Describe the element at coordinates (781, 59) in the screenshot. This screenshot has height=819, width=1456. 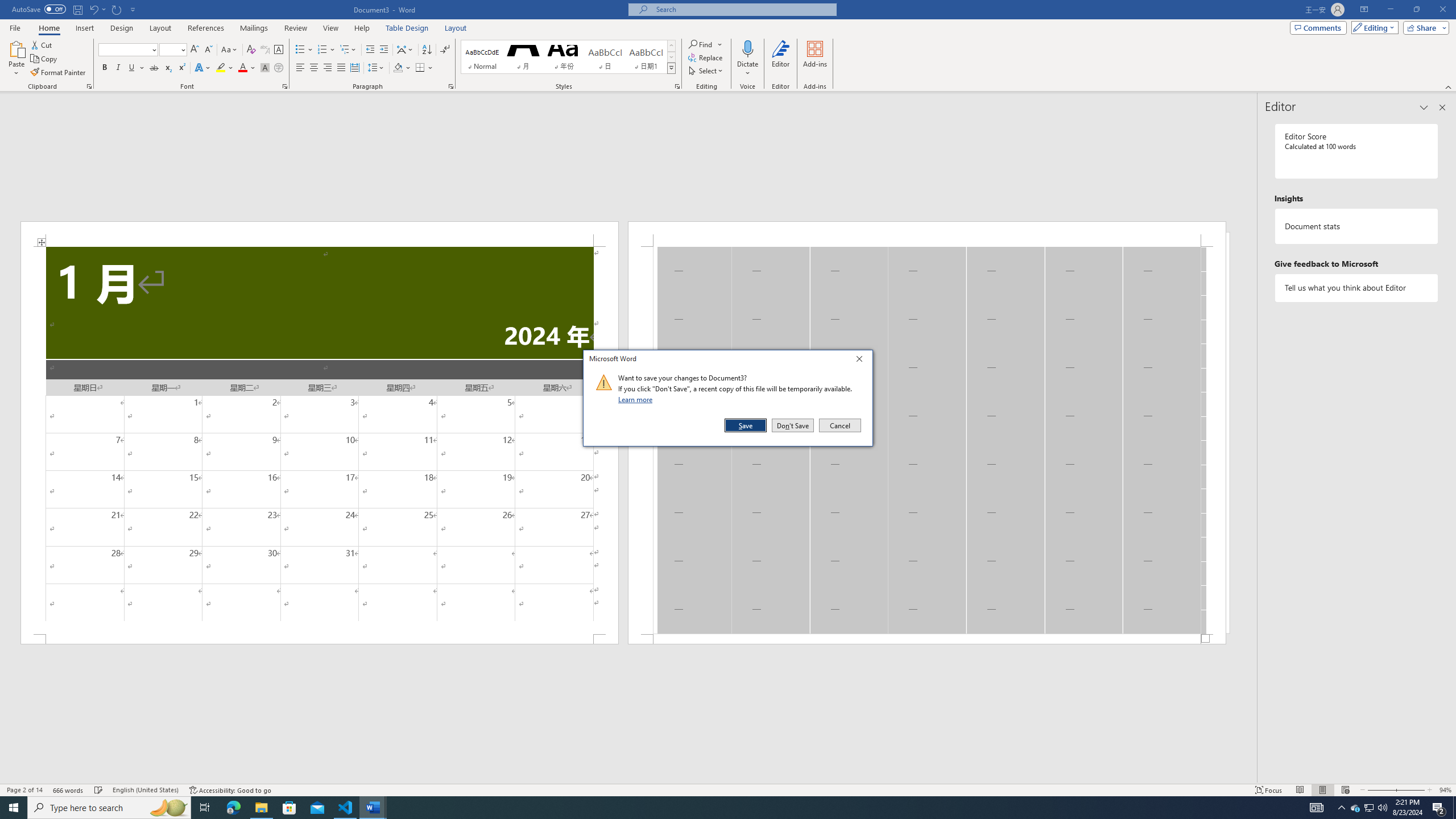
I see `'Editor'` at that location.